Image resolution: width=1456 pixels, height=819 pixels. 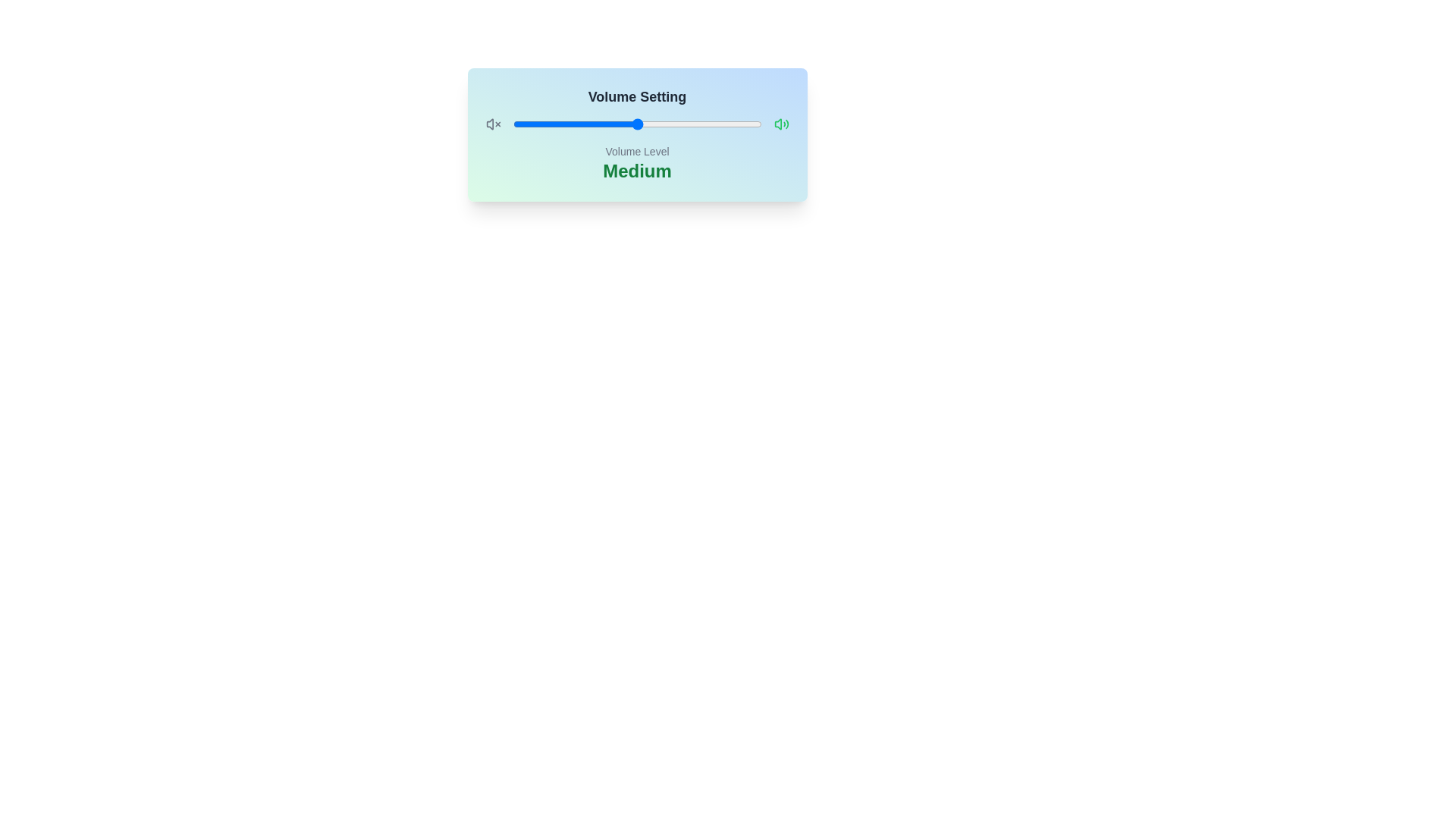 What do you see at coordinates (754, 124) in the screenshot?
I see `the volume slider to 97%` at bounding box center [754, 124].